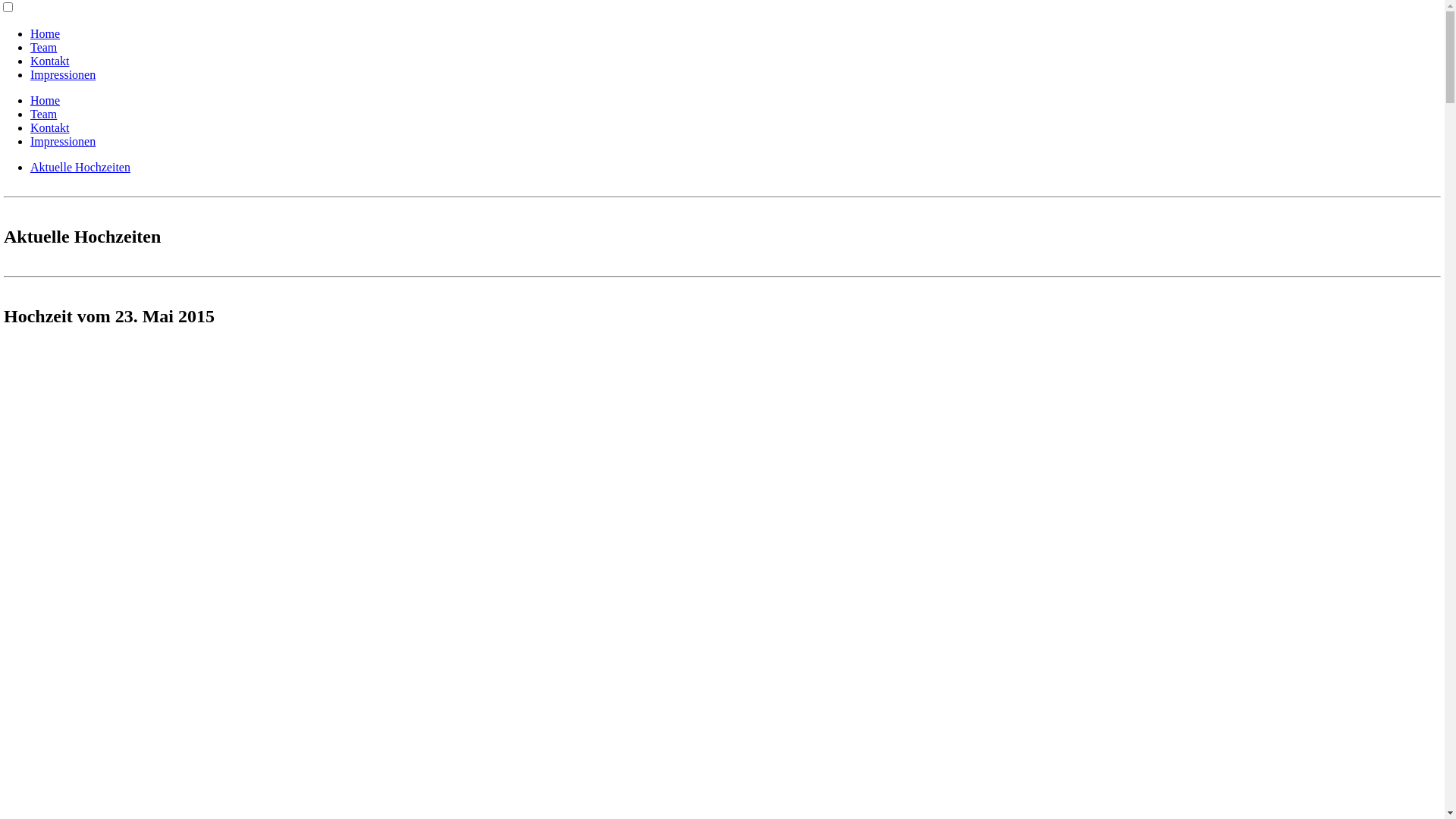  I want to click on 'Kontakt', so click(50, 127).